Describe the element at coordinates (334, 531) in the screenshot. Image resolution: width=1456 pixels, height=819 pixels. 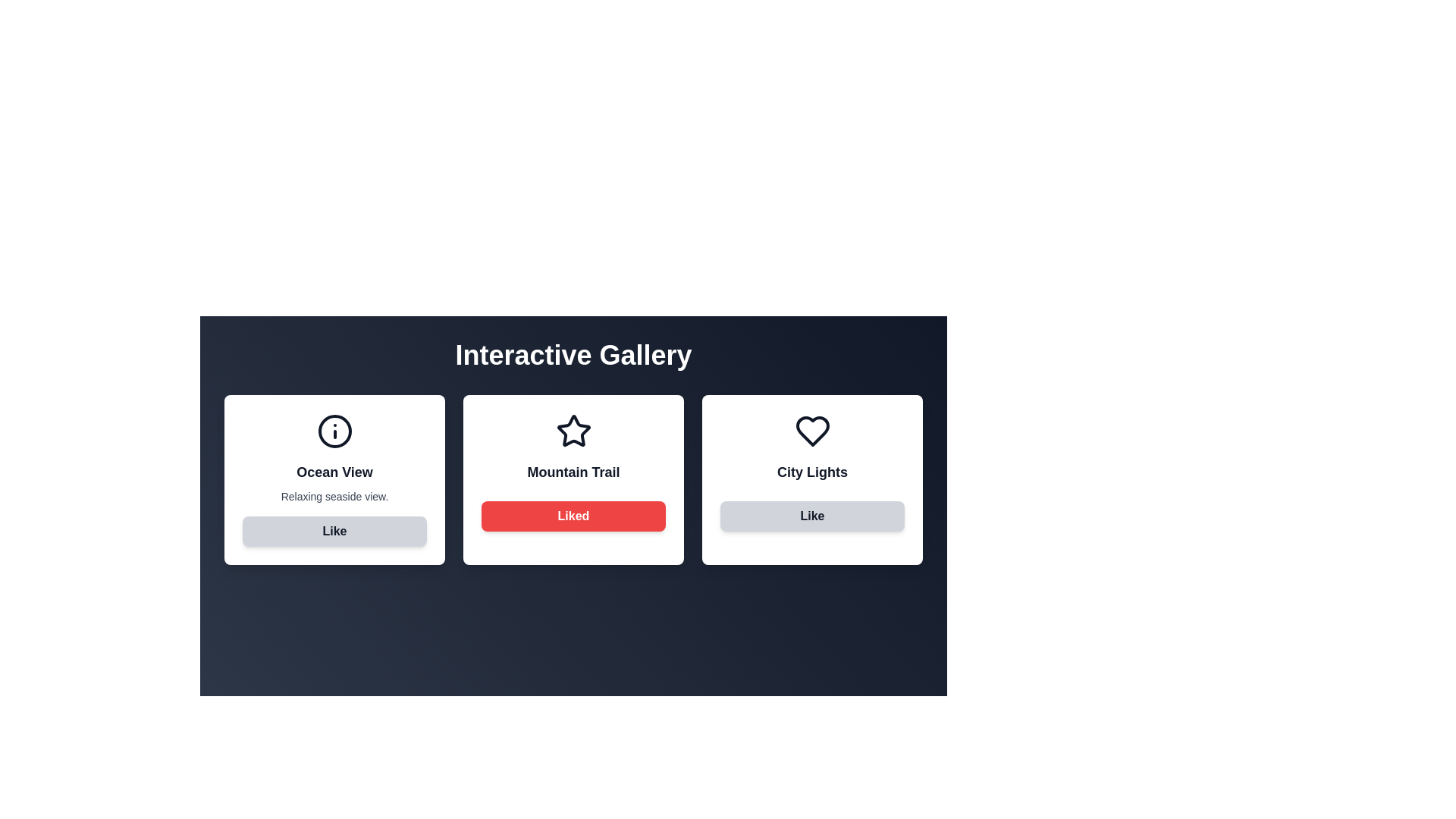
I see `the 'Like' button, which is a horizontally elongated rectangular button with rounded corners, gray background, and black bold text, located at the bottom of the 'Ocean View' card` at that location.